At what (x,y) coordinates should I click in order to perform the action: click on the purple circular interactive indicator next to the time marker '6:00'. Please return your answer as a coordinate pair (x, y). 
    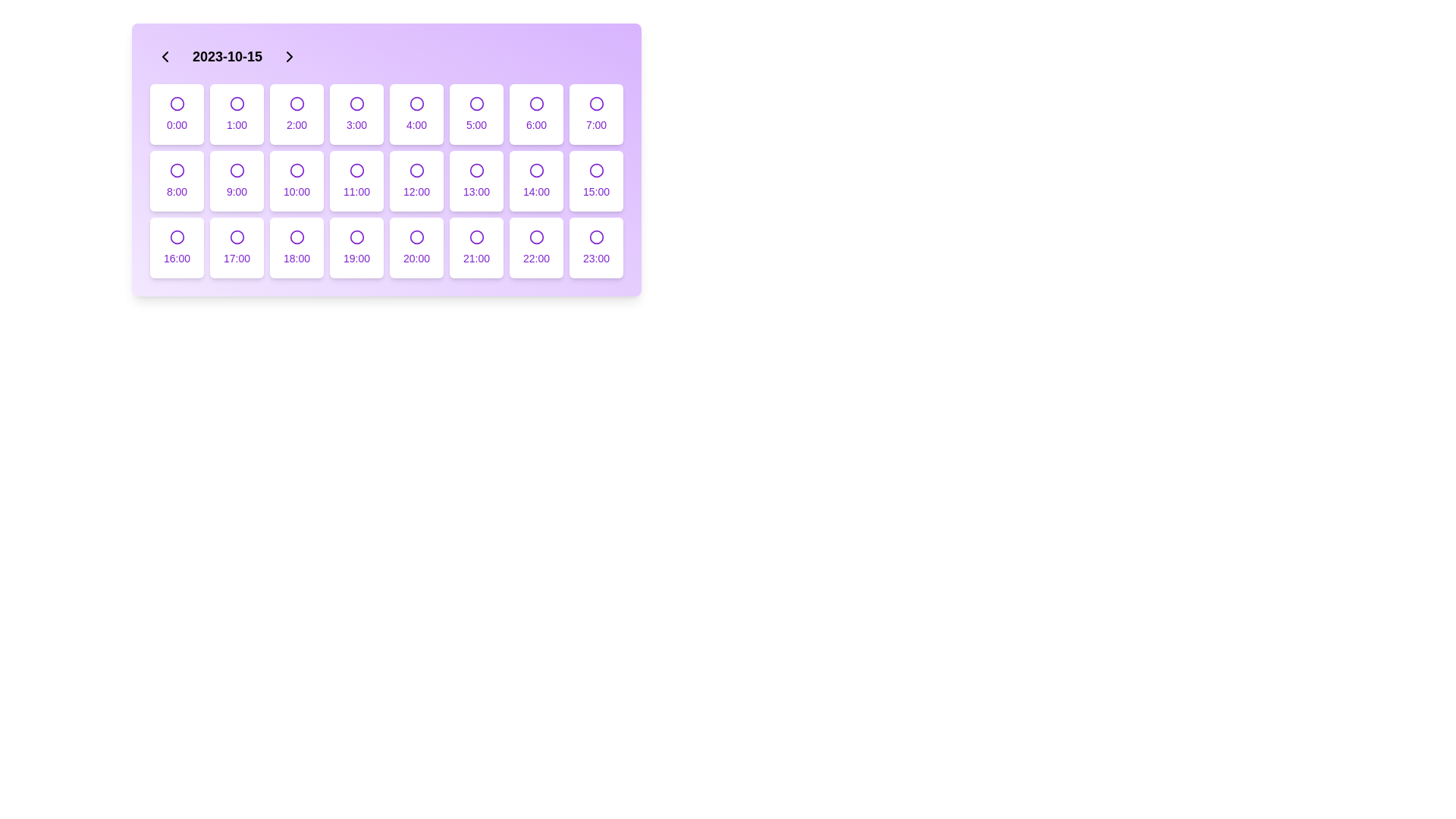
    Looking at the image, I should click on (536, 103).